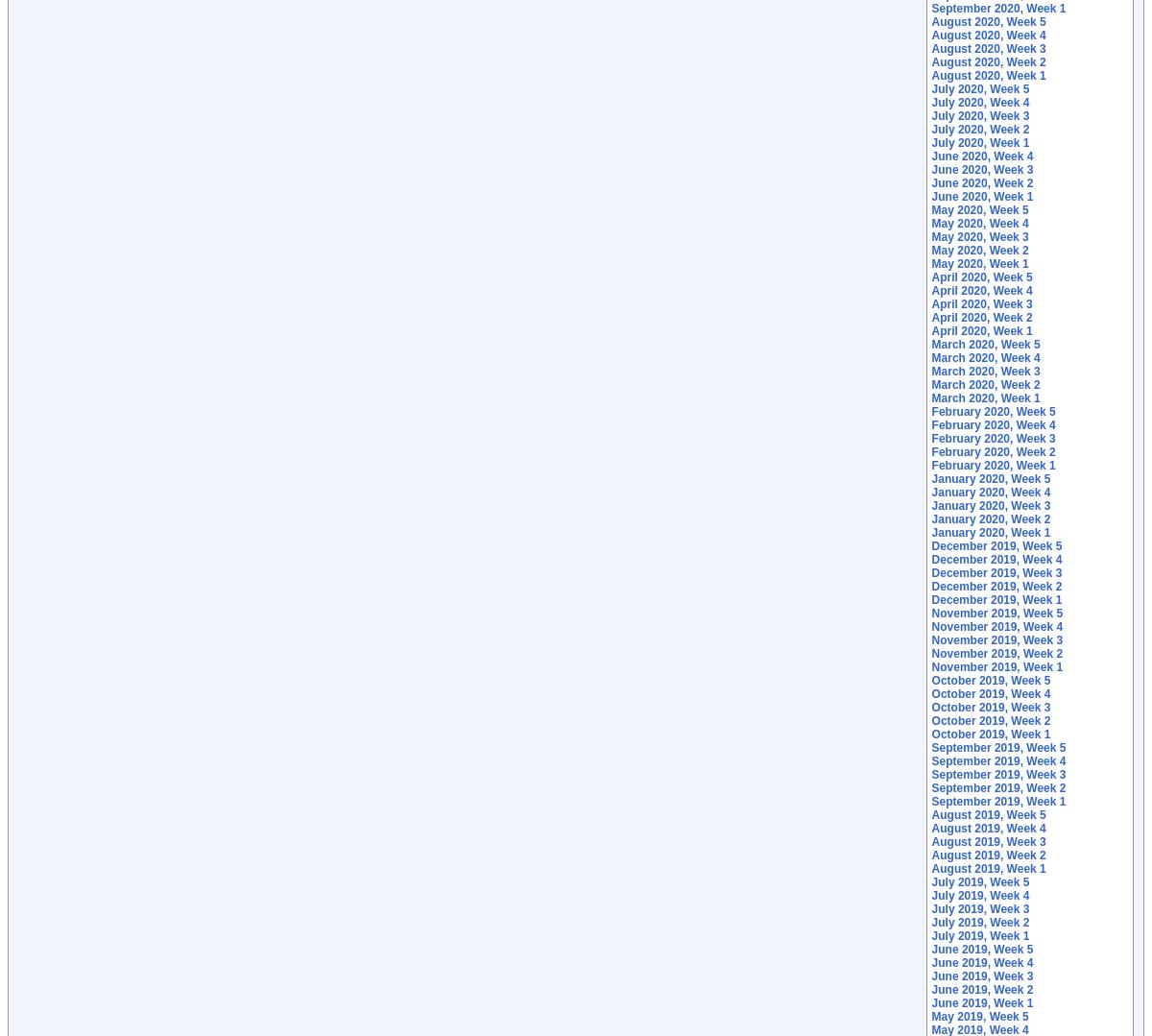  What do you see at coordinates (930, 36) in the screenshot?
I see `'August 2020, Week 4'` at bounding box center [930, 36].